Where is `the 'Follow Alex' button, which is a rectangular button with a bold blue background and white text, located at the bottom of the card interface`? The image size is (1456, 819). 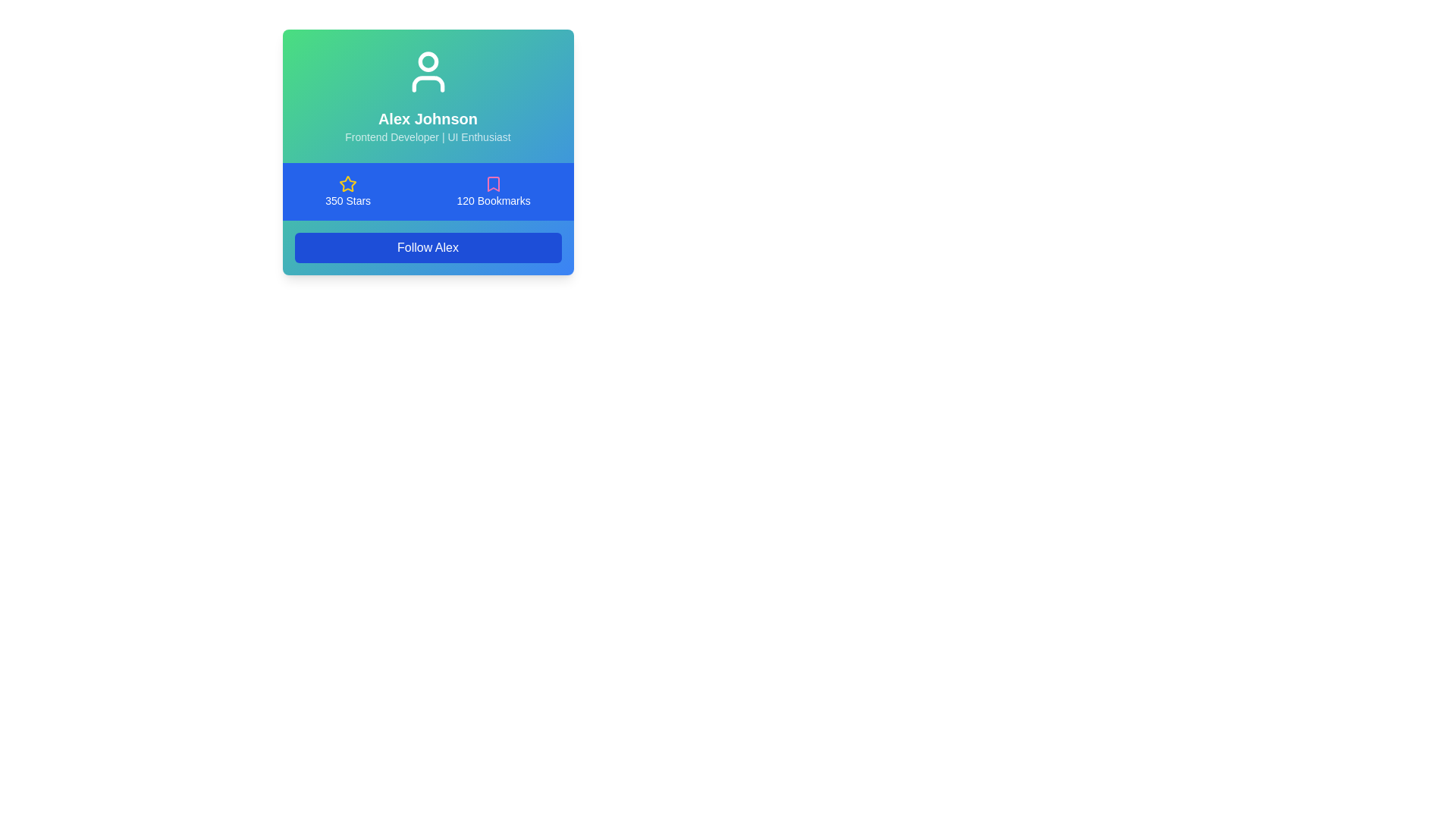
the 'Follow Alex' button, which is a rectangular button with a bold blue background and white text, located at the bottom of the card interface is located at coordinates (427, 247).